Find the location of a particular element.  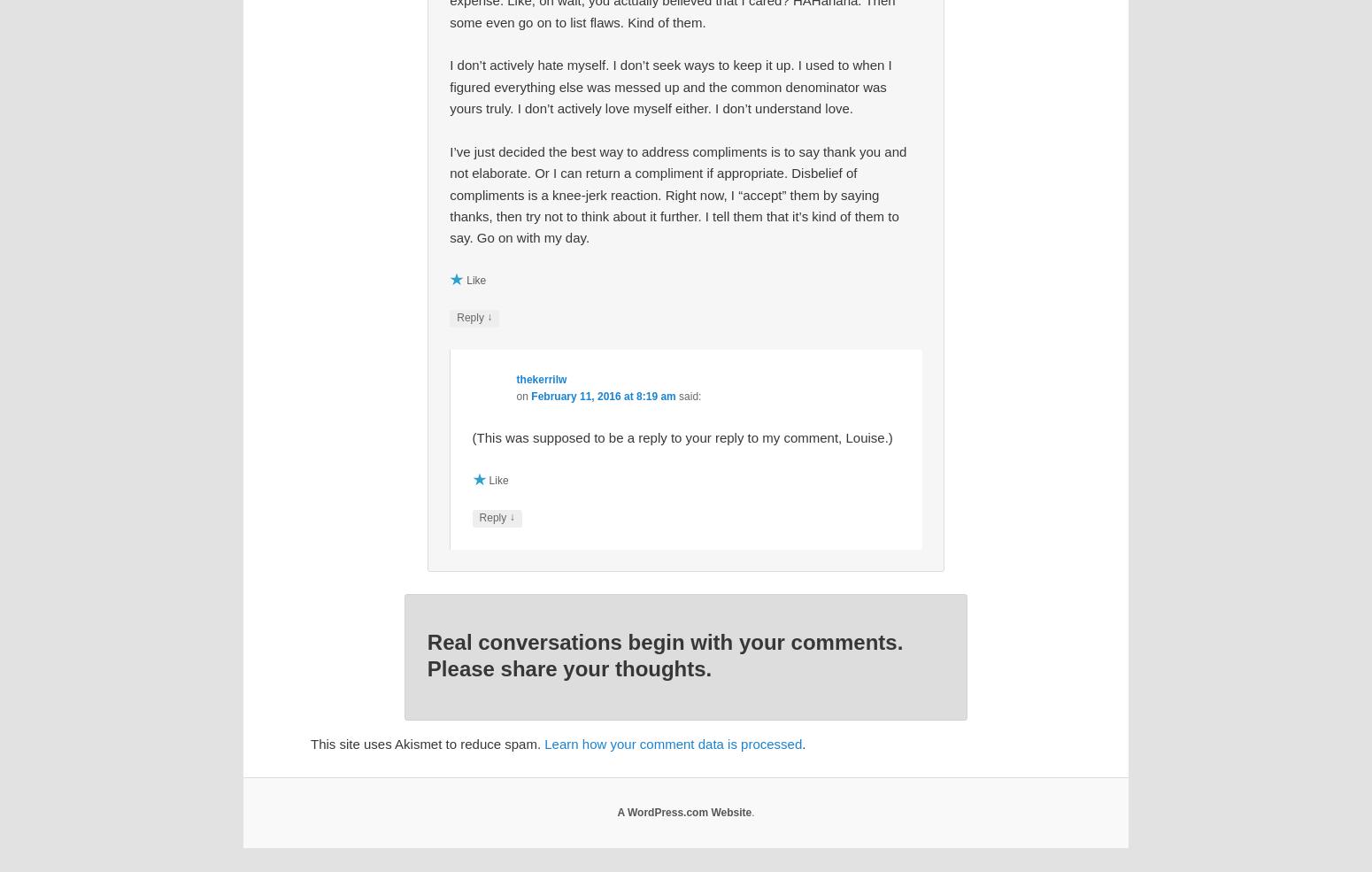

'A WordPress.com Website' is located at coordinates (683, 813).